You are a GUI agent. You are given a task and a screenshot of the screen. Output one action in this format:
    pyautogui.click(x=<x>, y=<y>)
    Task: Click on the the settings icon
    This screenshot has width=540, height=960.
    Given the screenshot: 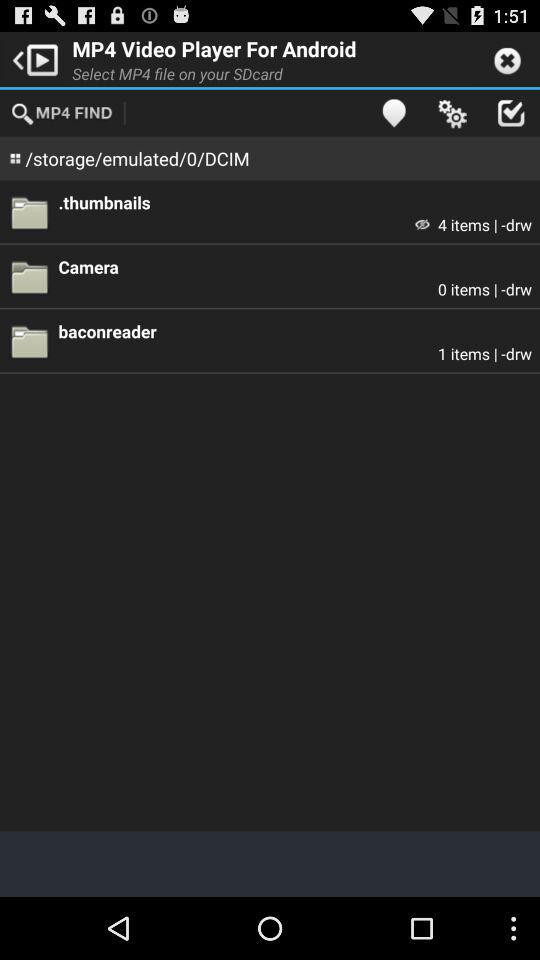 What is the action you would take?
    pyautogui.click(x=452, y=120)
    